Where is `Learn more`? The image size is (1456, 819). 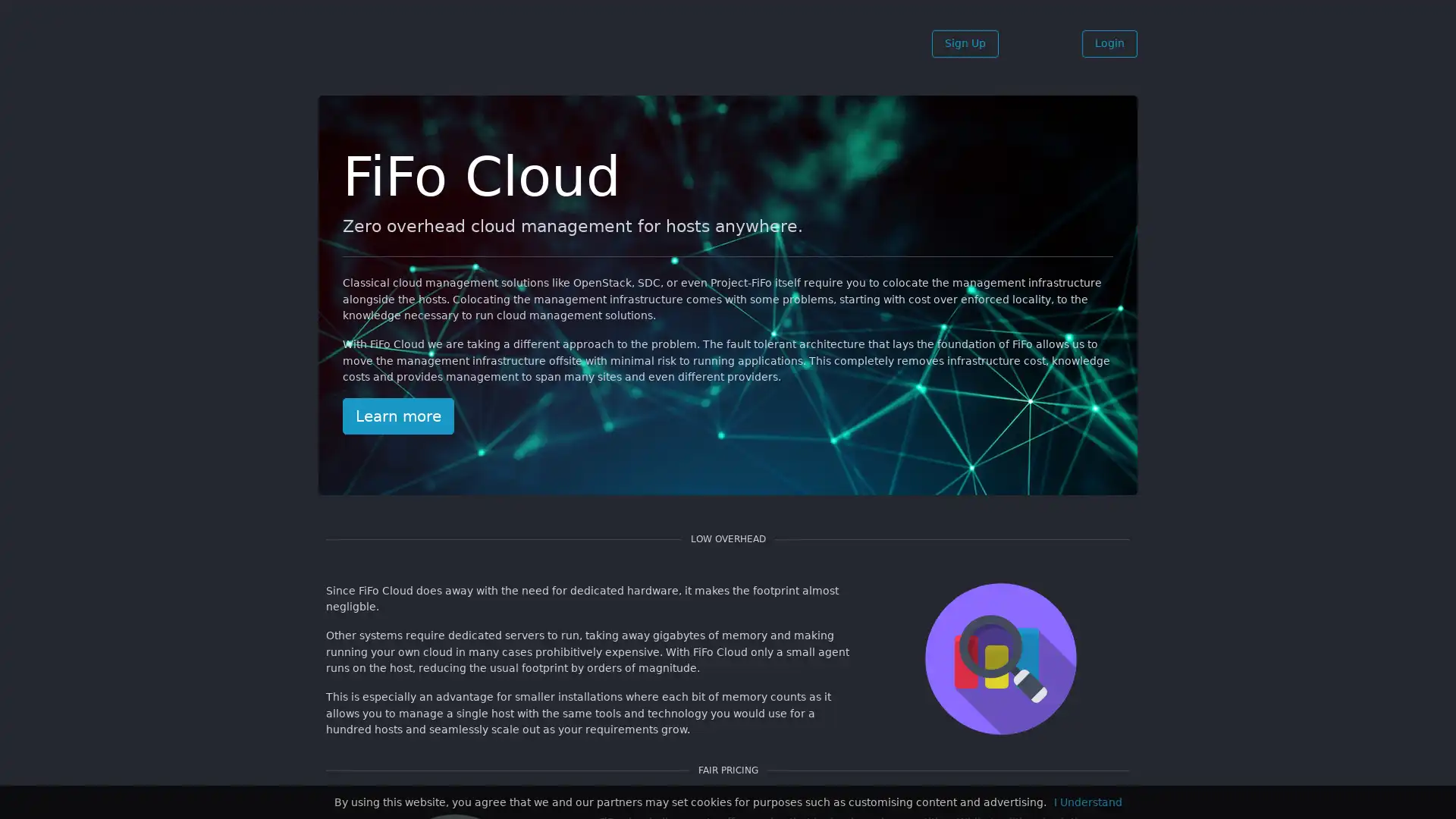
Learn more is located at coordinates (398, 415).